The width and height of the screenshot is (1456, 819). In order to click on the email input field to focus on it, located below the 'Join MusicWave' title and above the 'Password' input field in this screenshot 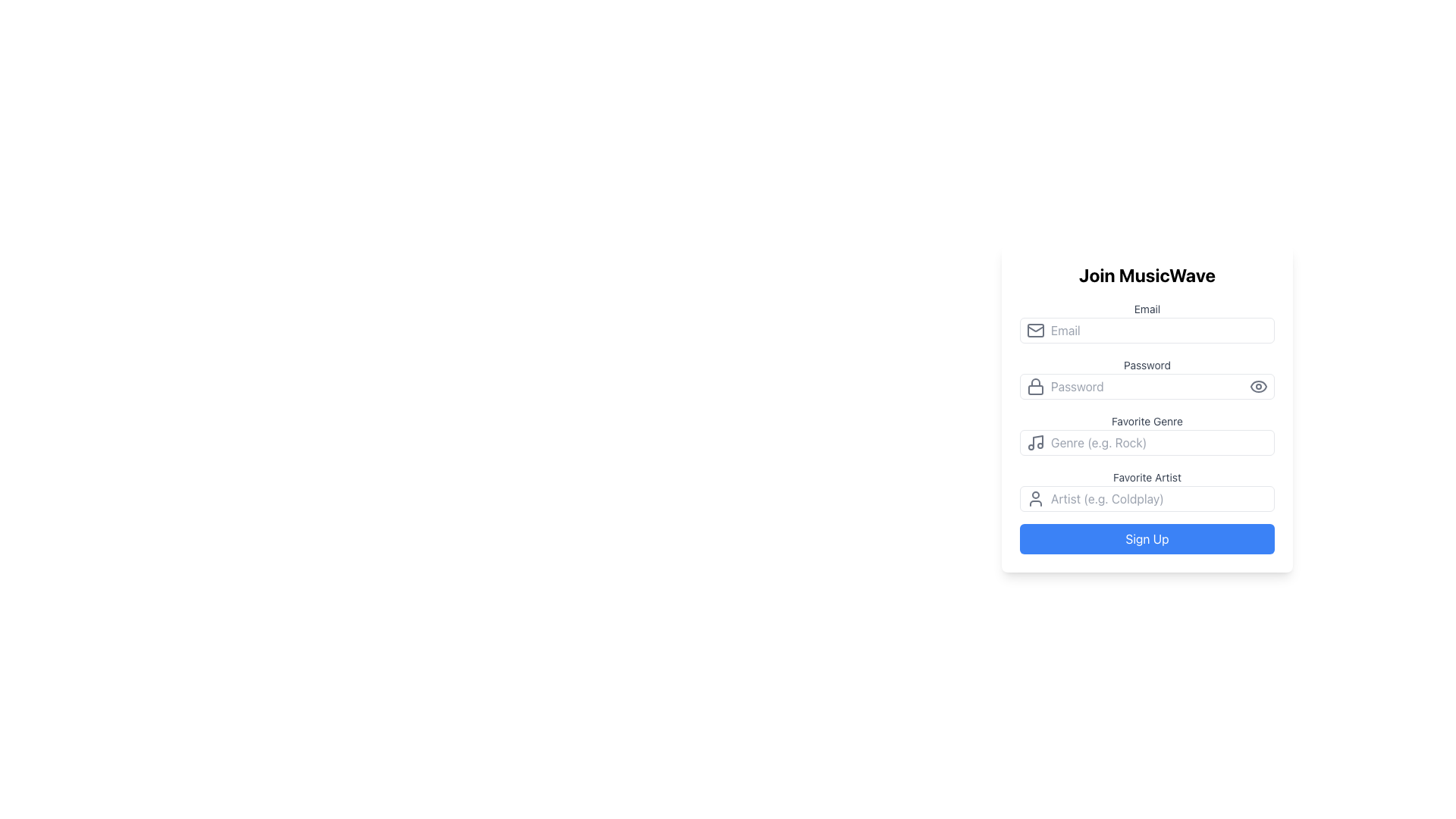, I will do `click(1159, 329)`.